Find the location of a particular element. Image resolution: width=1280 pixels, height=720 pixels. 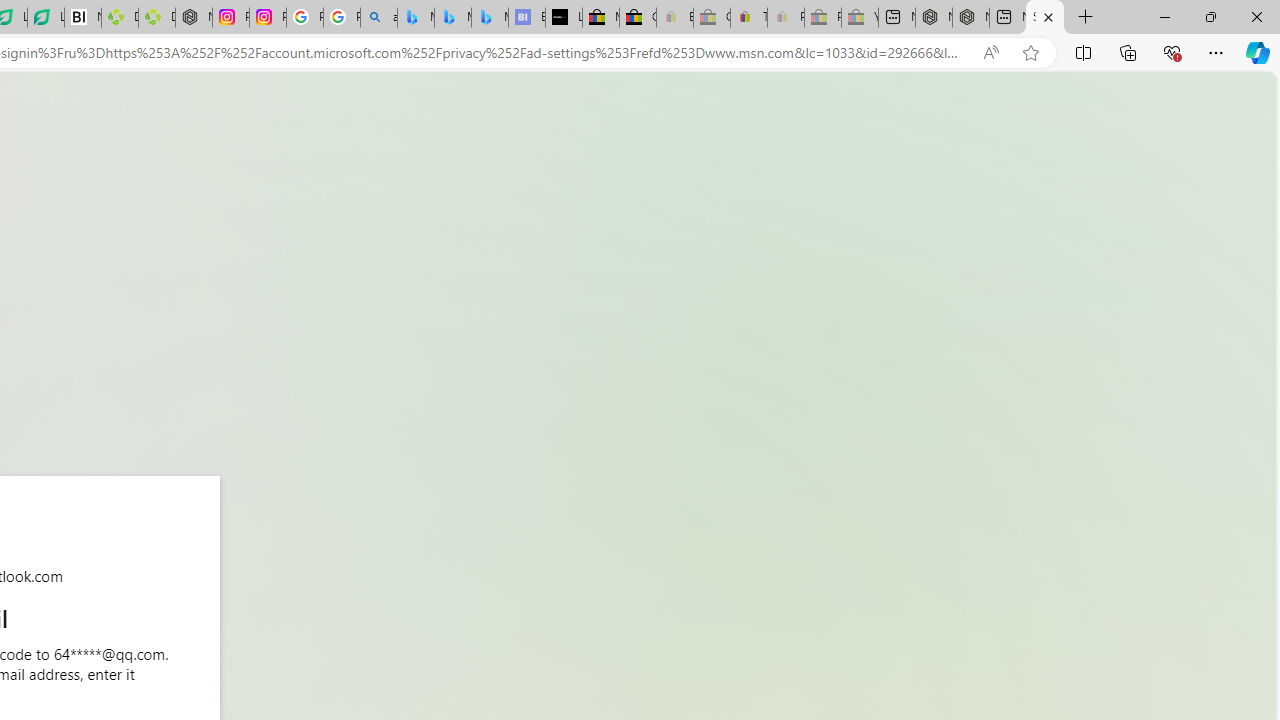

'Microsoft Bing Travel - Flights from Hong Kong to Bangkok' is located at coordinates (415, 17).